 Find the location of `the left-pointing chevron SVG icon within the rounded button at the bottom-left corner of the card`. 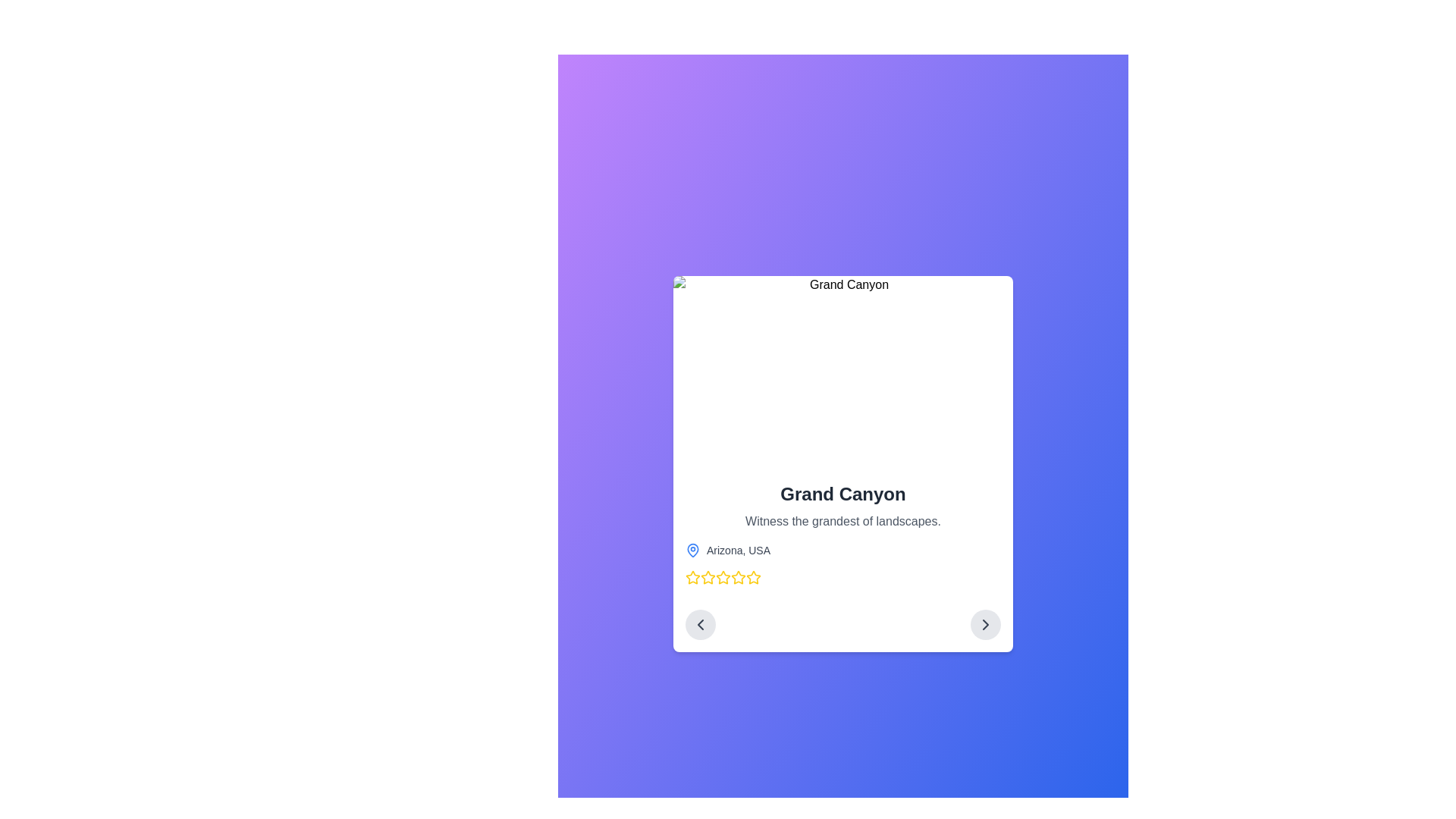

the left-pointing chevron SVG icon within the rounded button at the bottom-left corner of the card is located at coordinates (700, 625).